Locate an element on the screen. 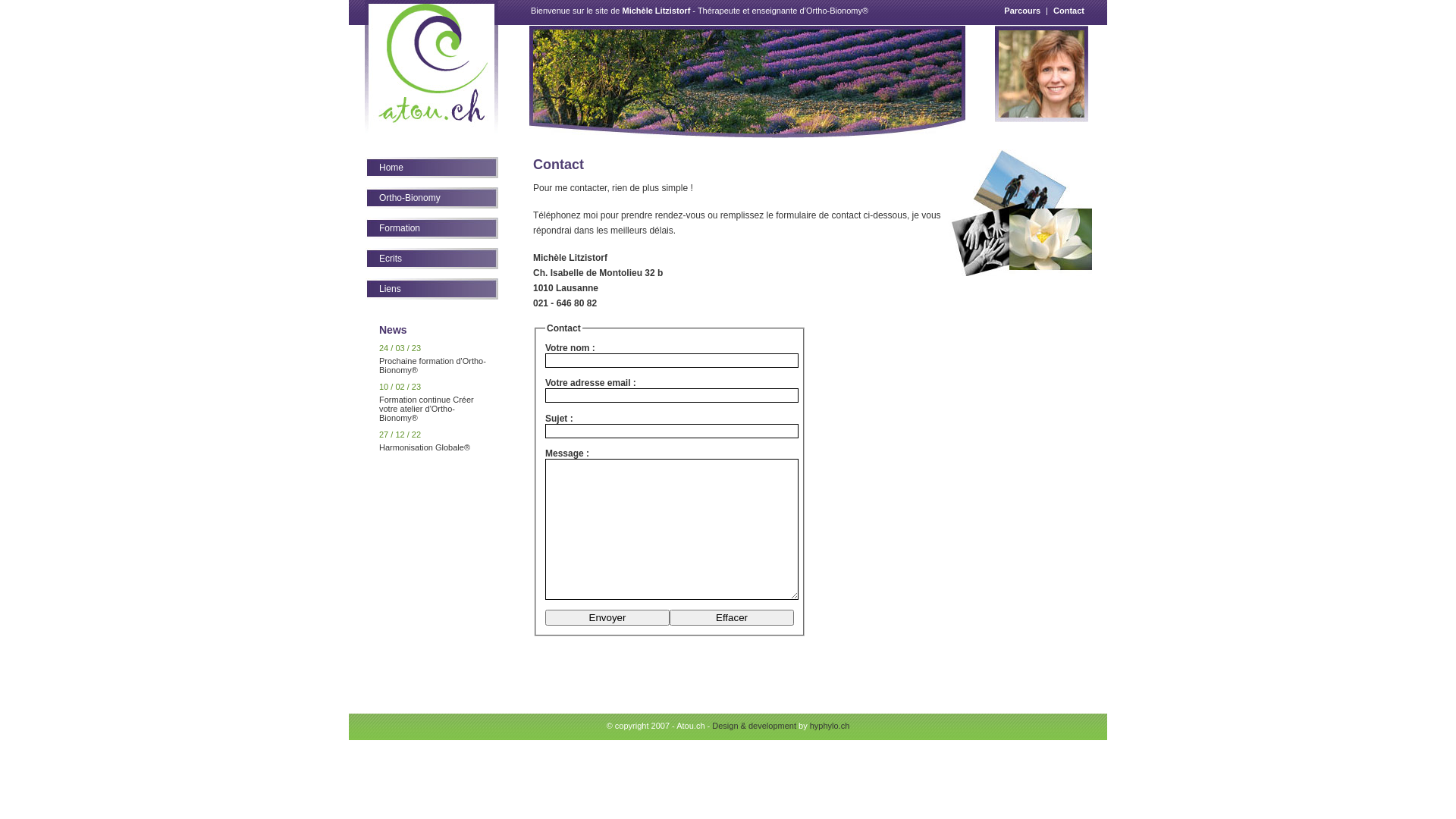 The height and width of the screenshot is (819, 1456). 'Parcours' is located at coordinates (1022, 11).